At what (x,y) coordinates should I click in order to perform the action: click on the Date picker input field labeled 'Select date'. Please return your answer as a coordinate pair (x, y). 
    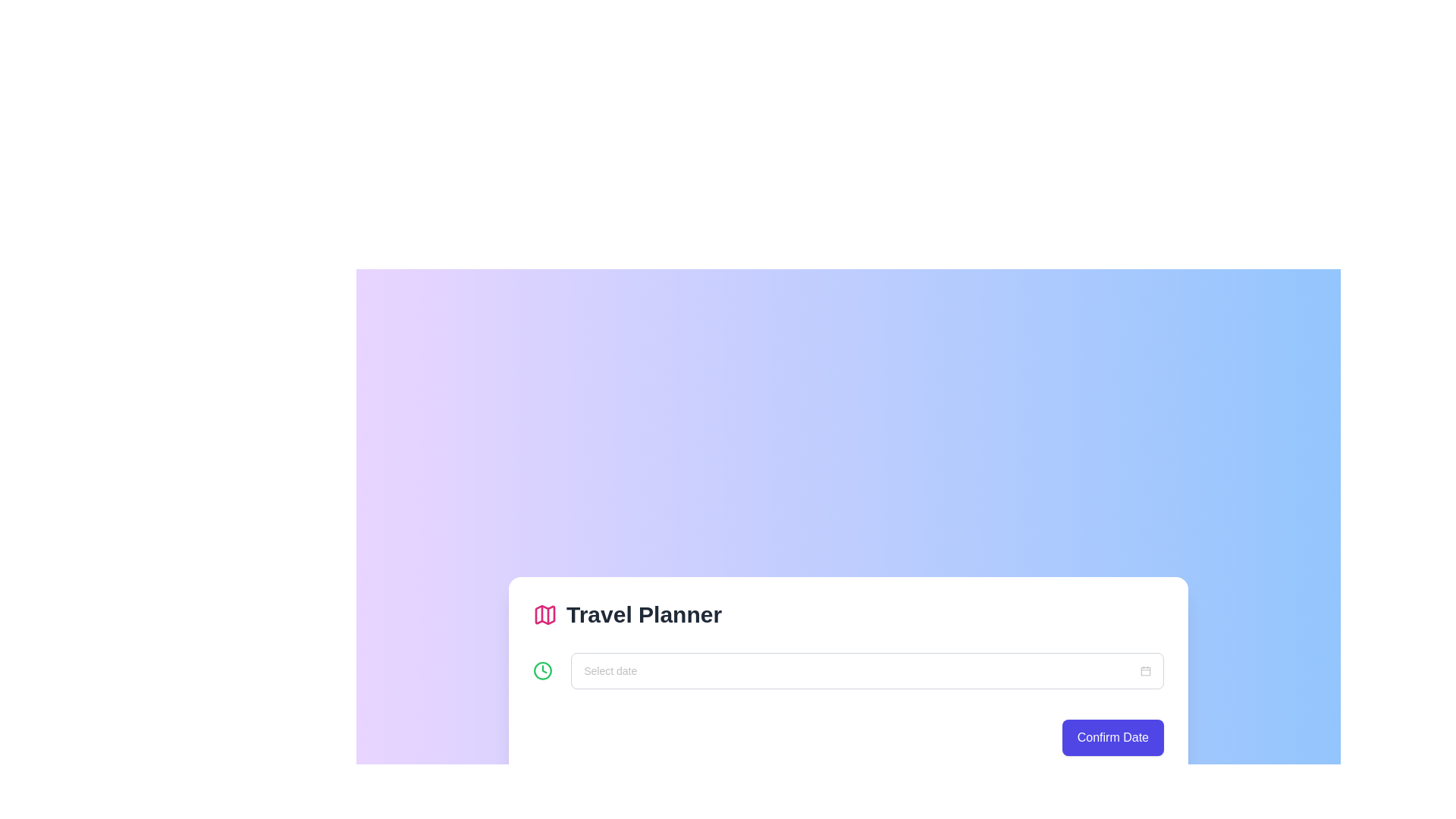
    Looking at the image, I should click on (867, 670).